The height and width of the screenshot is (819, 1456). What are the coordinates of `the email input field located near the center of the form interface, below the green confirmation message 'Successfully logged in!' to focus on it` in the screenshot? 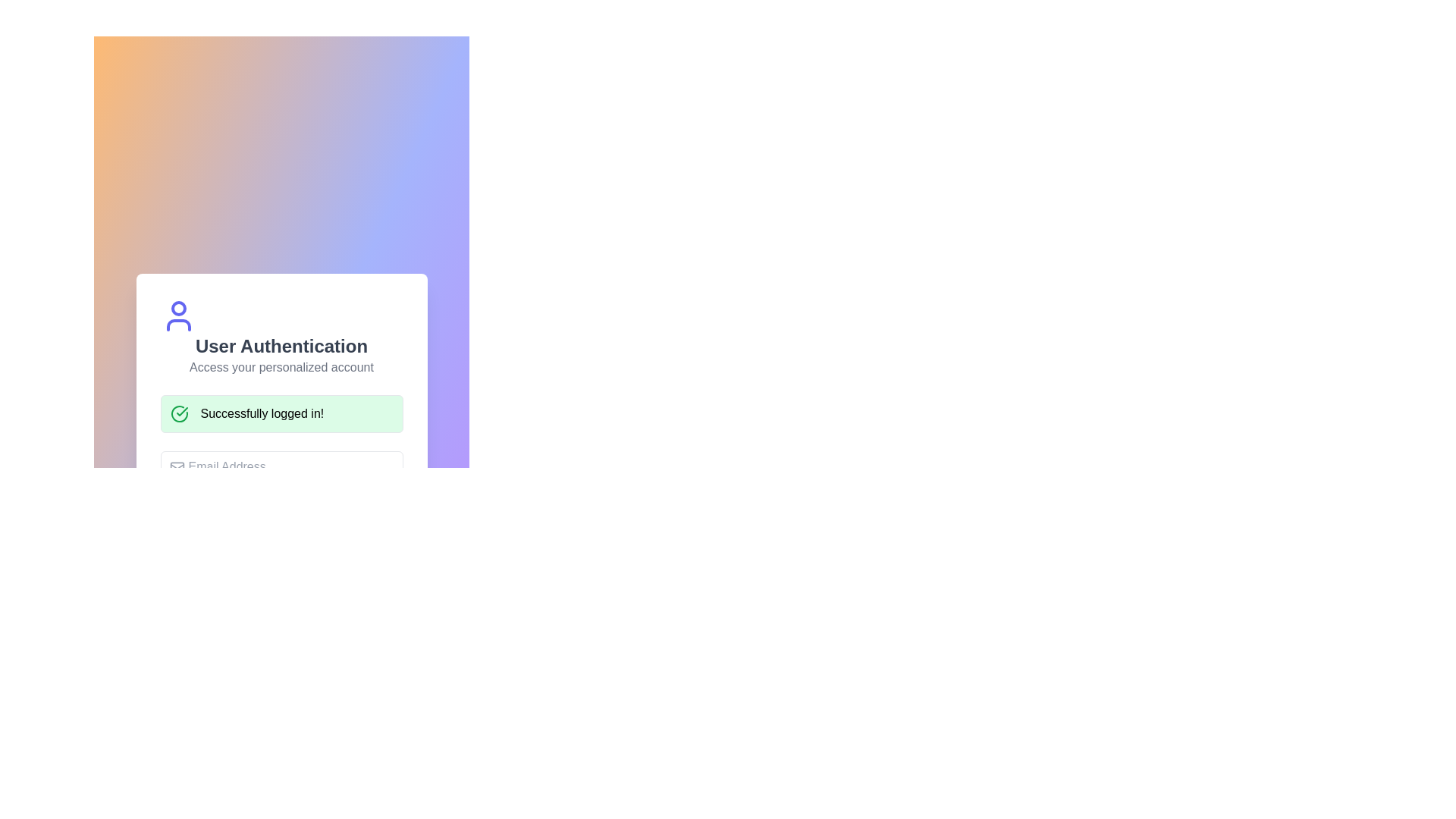 It's located at (281, 466).